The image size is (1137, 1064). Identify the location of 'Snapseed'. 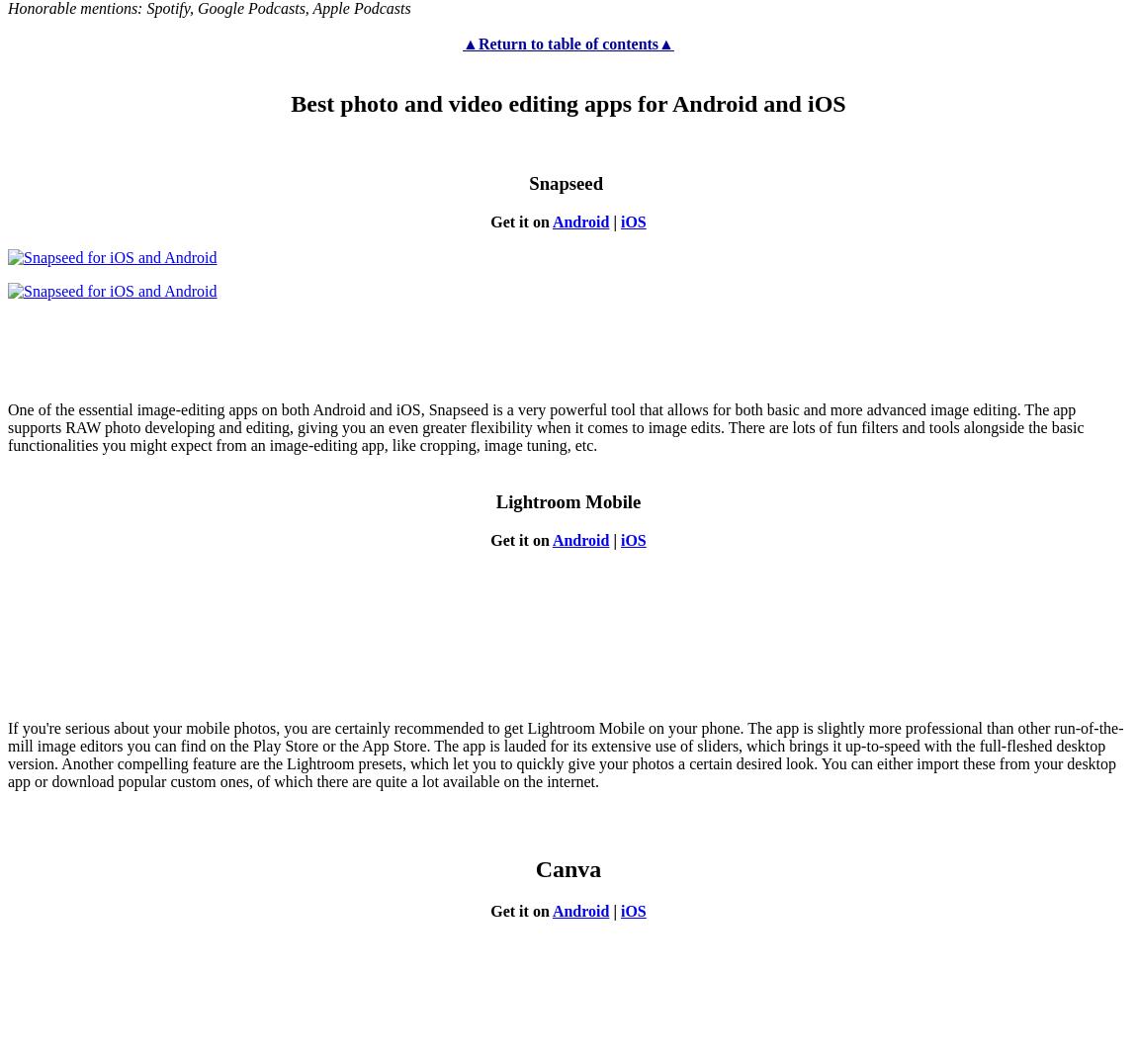
(568, 182).